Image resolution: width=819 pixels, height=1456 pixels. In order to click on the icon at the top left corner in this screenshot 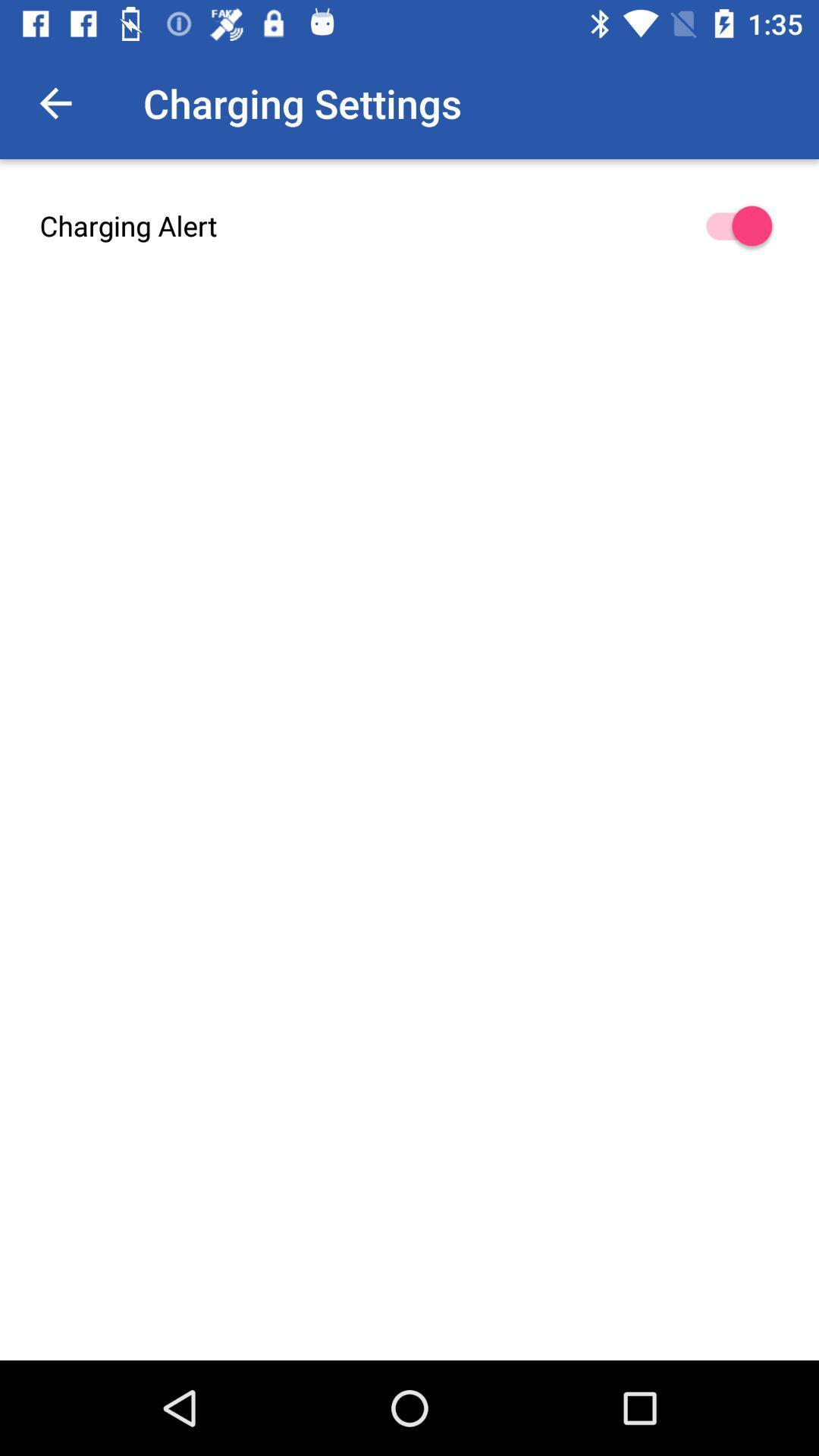, I will do `click(55, 102)`.